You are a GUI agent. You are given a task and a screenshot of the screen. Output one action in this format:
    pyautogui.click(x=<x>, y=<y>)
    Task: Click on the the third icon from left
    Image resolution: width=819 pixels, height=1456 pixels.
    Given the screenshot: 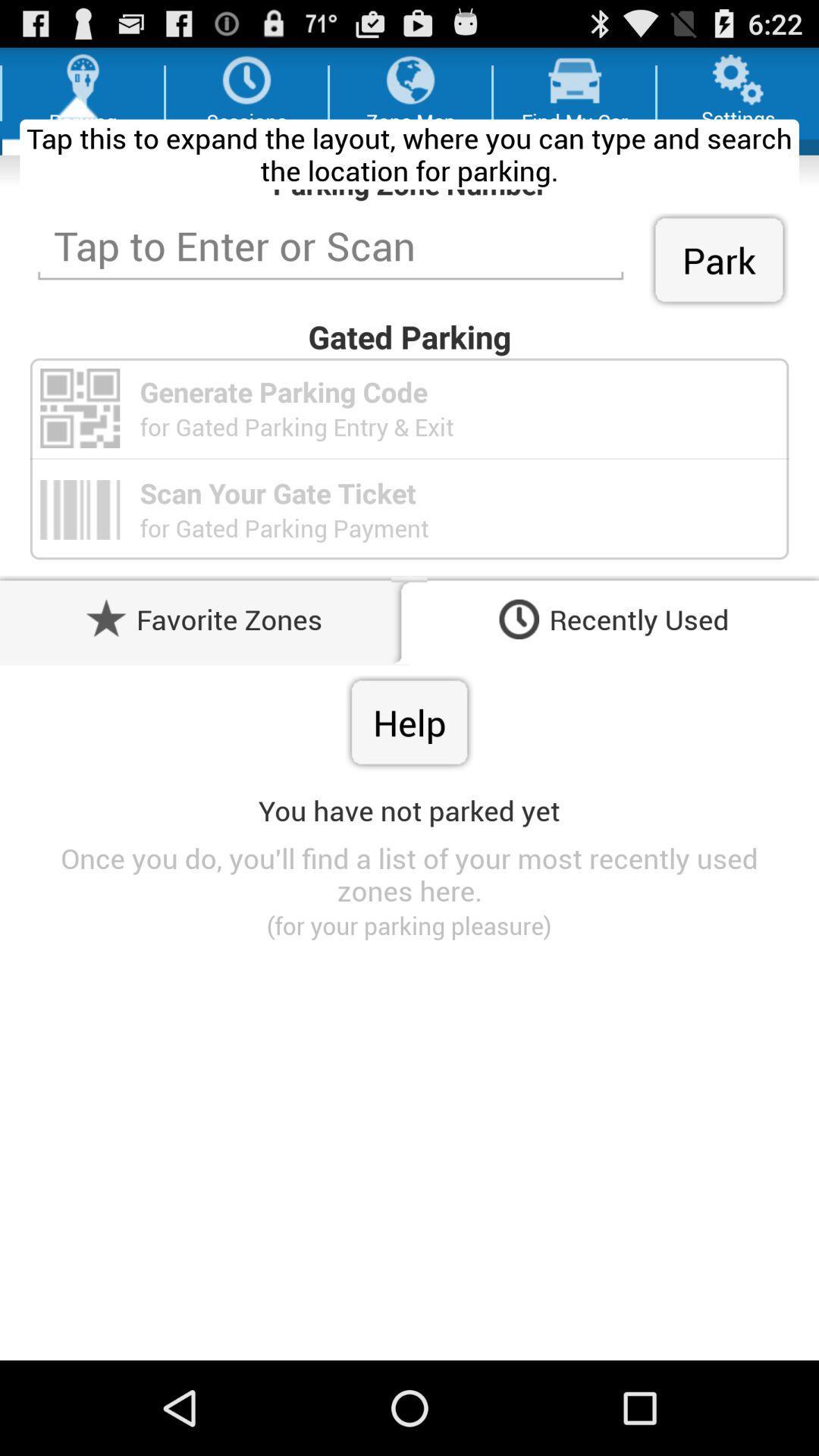 What is the action you would take?
    pyautogui.click(x=410, y=79)
    